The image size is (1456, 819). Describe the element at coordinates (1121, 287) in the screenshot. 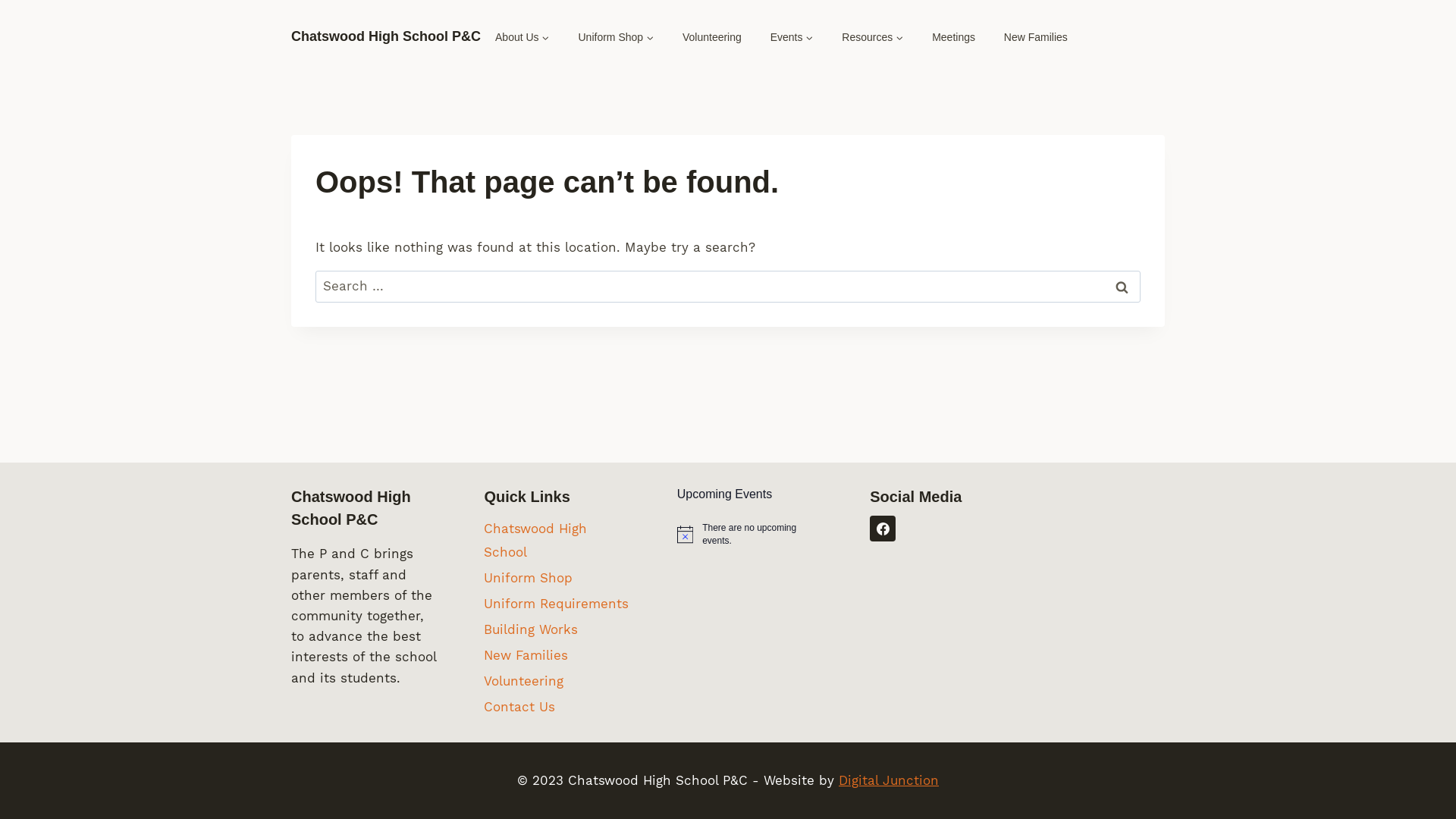

I see `'Search'` at that location.